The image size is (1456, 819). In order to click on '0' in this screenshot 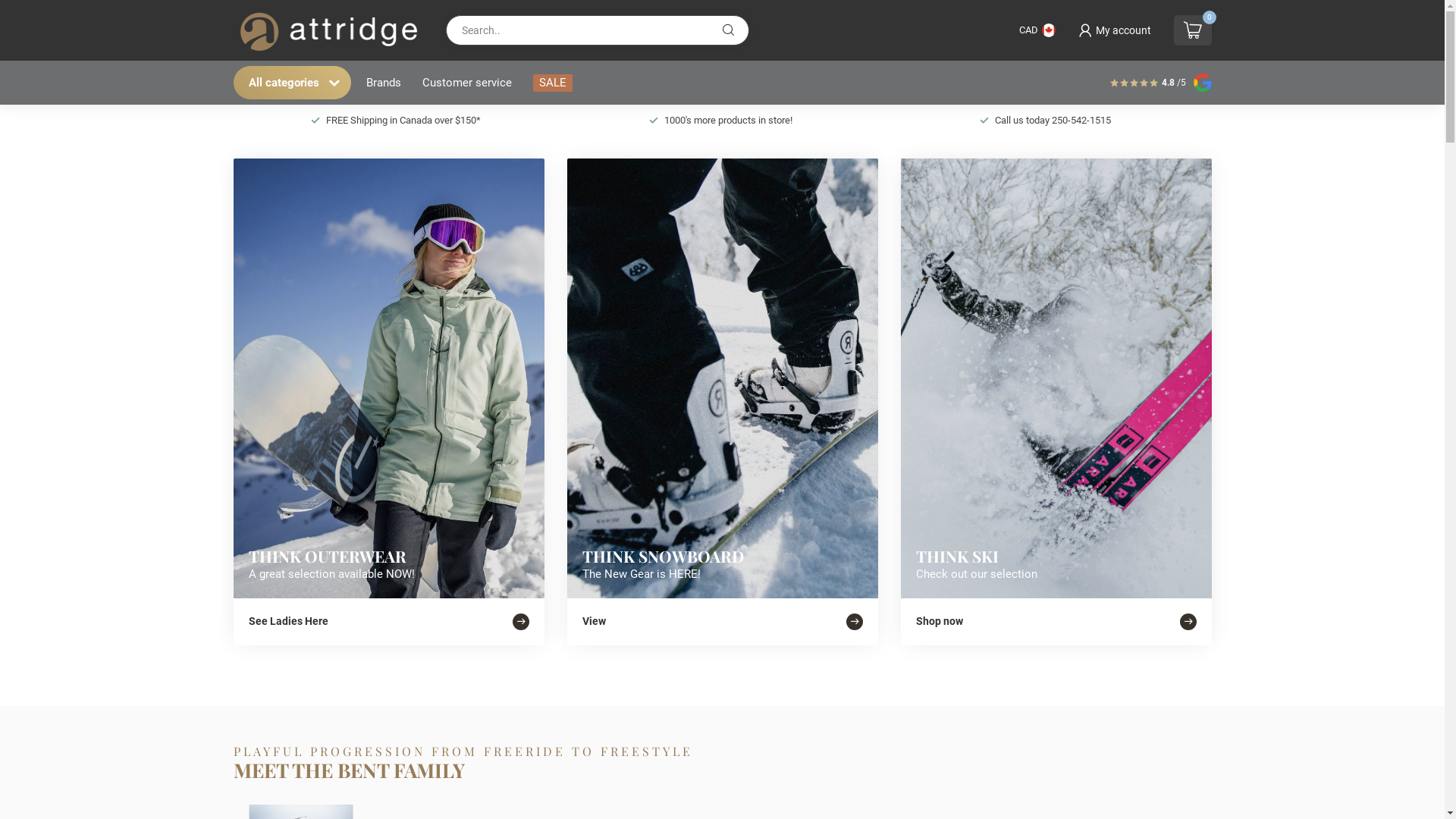, I will do `click(1192, 30)`.